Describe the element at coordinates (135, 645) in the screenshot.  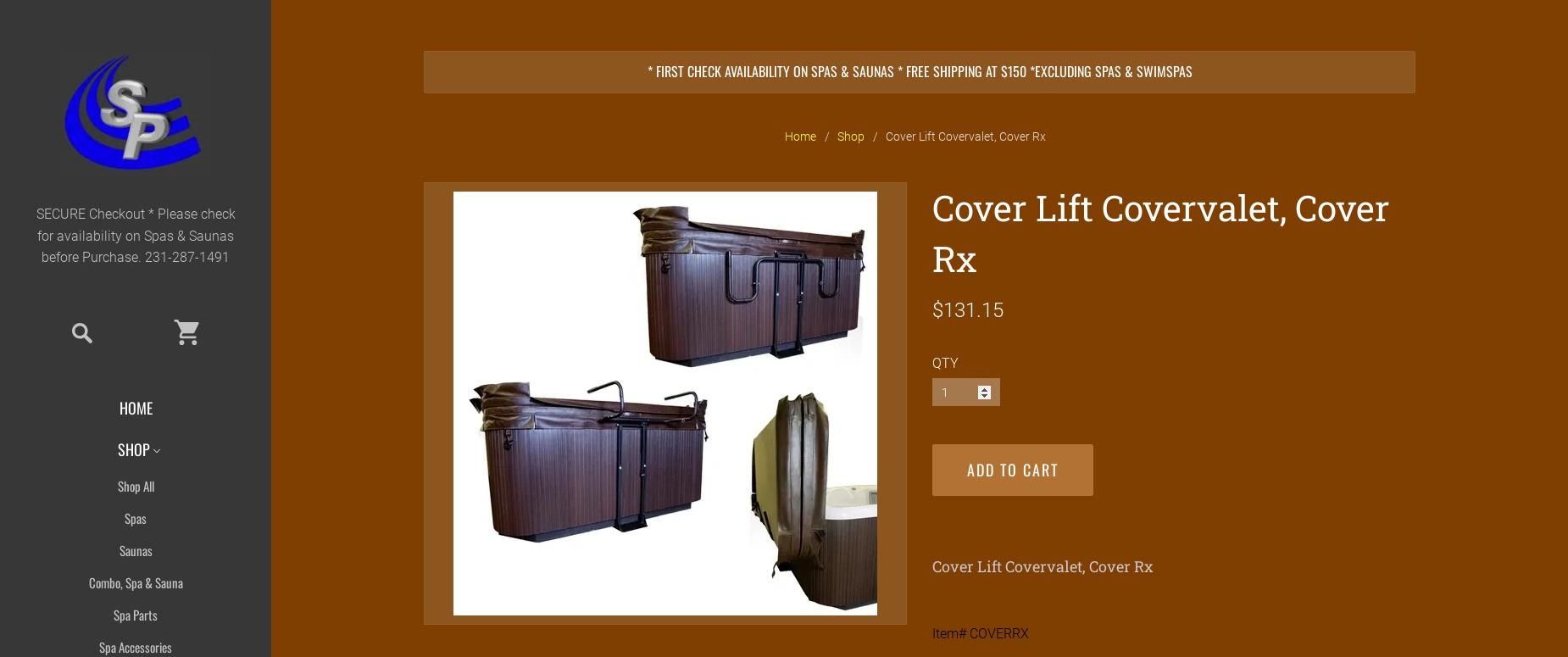
I see `'Spa Accessories'` at that location.